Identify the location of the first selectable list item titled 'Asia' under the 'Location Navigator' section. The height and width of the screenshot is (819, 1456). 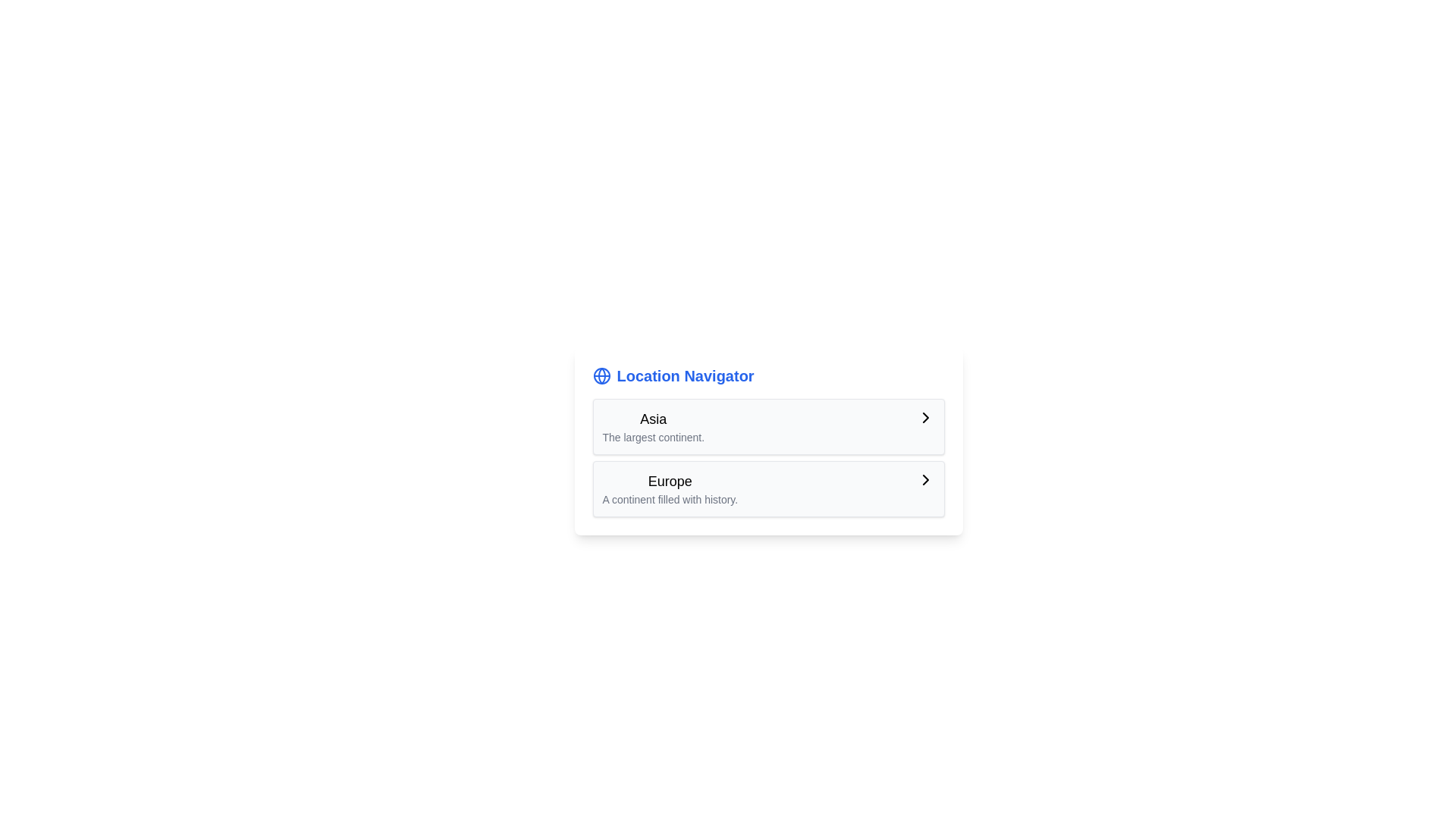
(768, 427).